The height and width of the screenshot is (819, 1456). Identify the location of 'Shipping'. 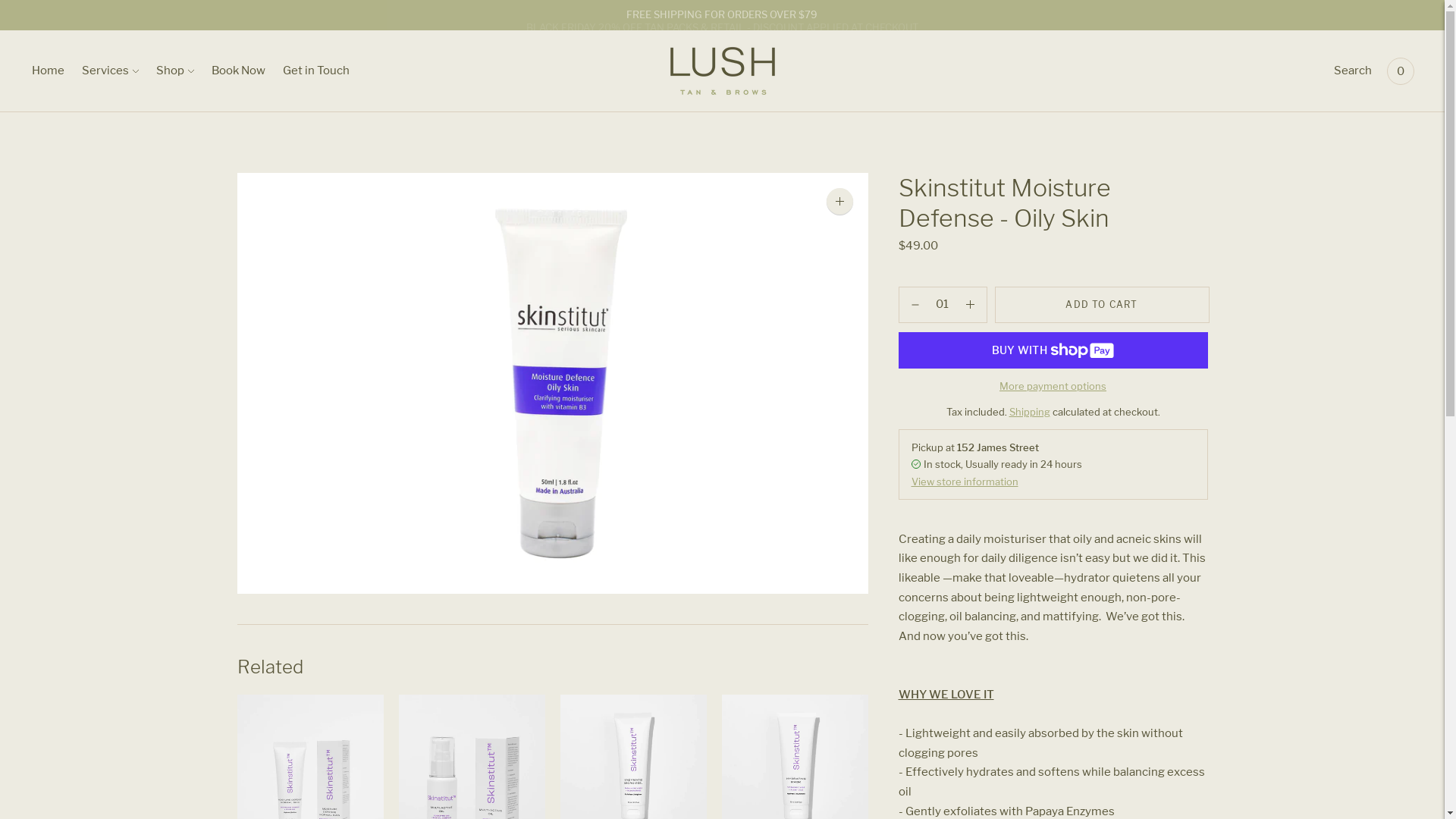
(1029, 412).